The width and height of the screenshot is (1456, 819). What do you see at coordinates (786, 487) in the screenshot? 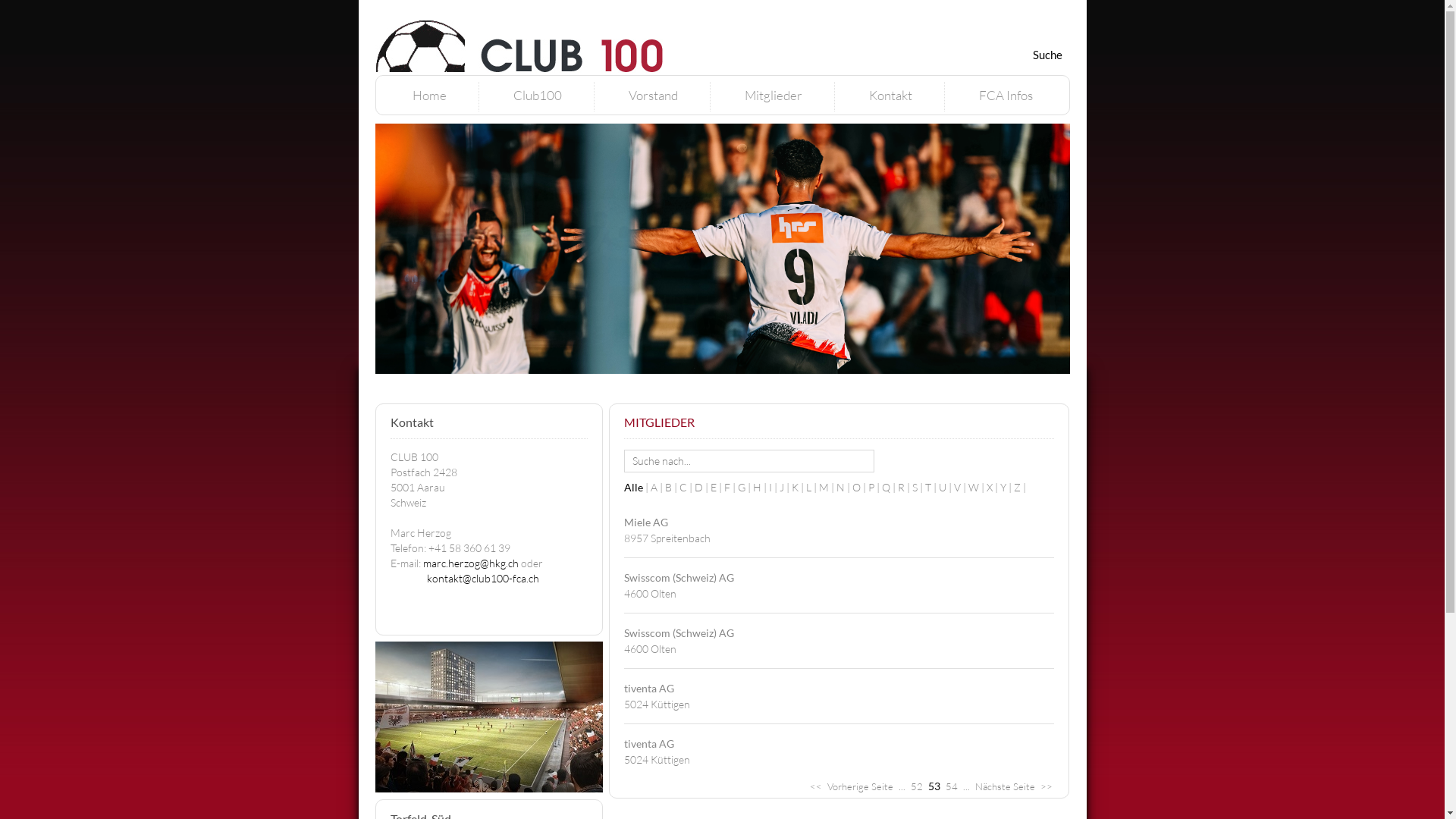
I see `'J'` at bounding box center [786, 487].